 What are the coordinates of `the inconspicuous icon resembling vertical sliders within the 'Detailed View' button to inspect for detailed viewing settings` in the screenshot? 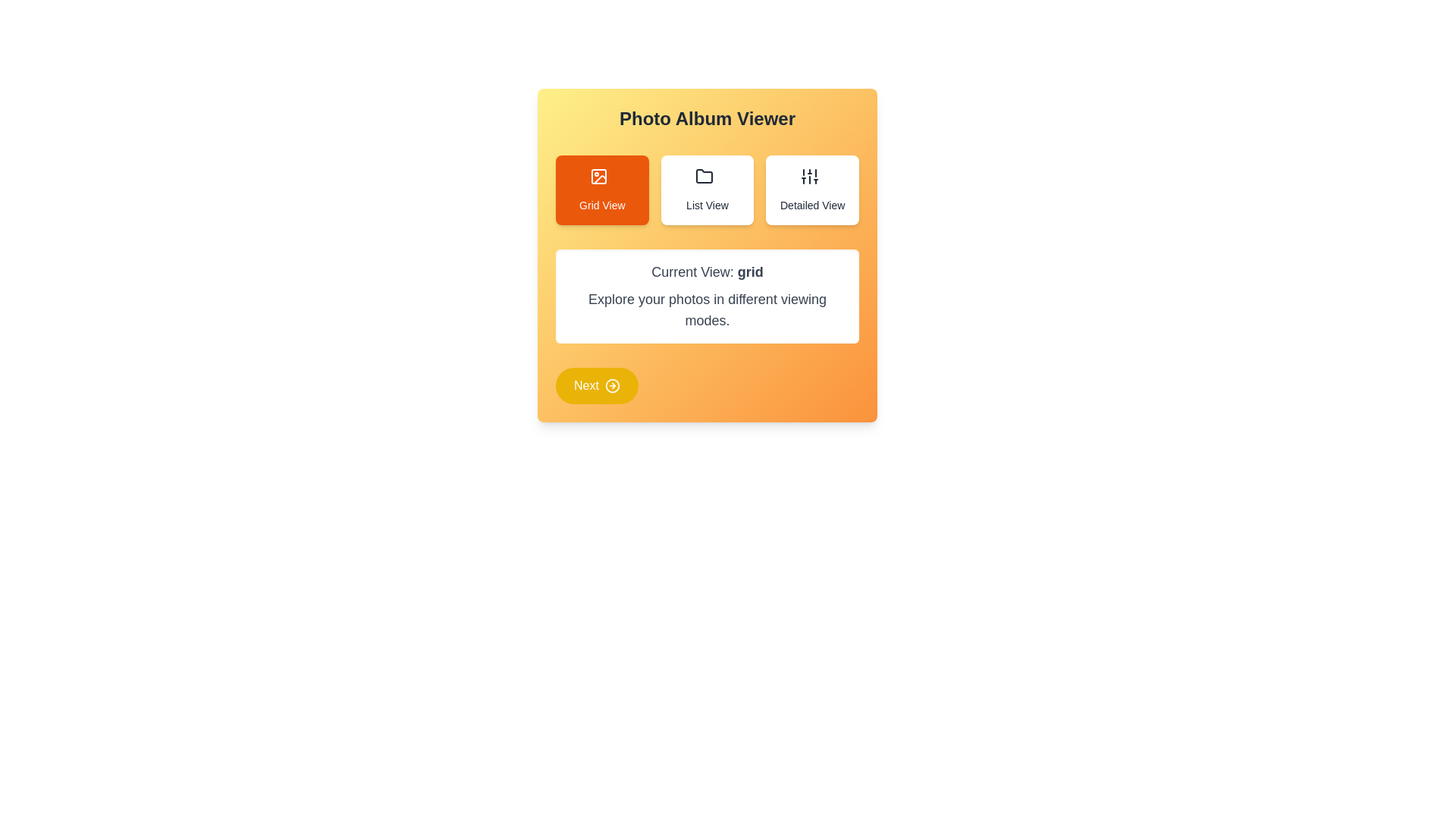 It's located at (811, 178).